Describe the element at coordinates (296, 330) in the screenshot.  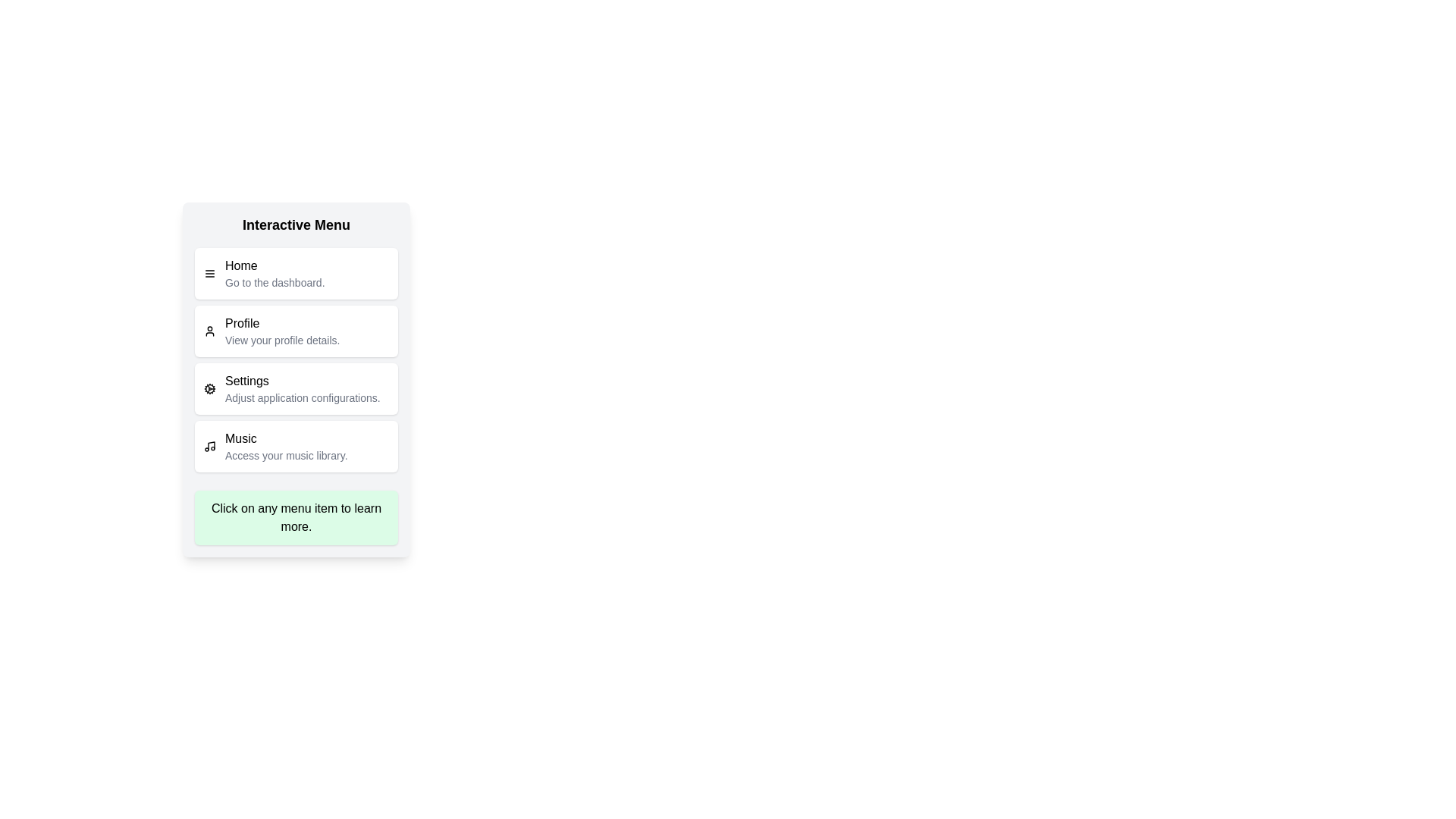
I see `the menu item labeled Profile to see its hover effect` at that location.